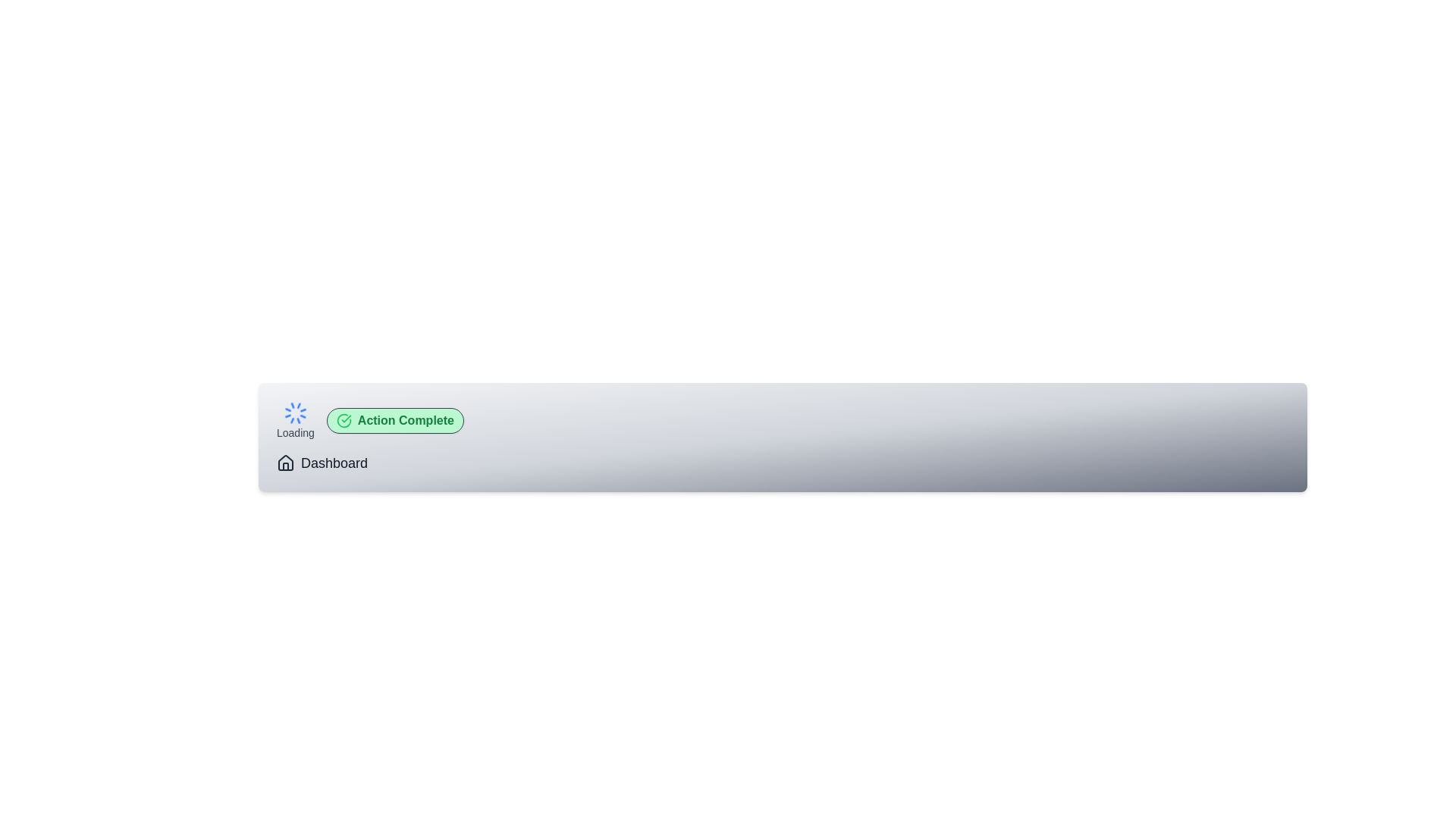 This screenshot has height=819, width=1456. What do you see at coordinates (286, 462) in the screenshot?
I see `the minimalist house-shaped icon with a dark gray outline, representing the 'home' or 'dashboard'` at bounding box center [286, 462].